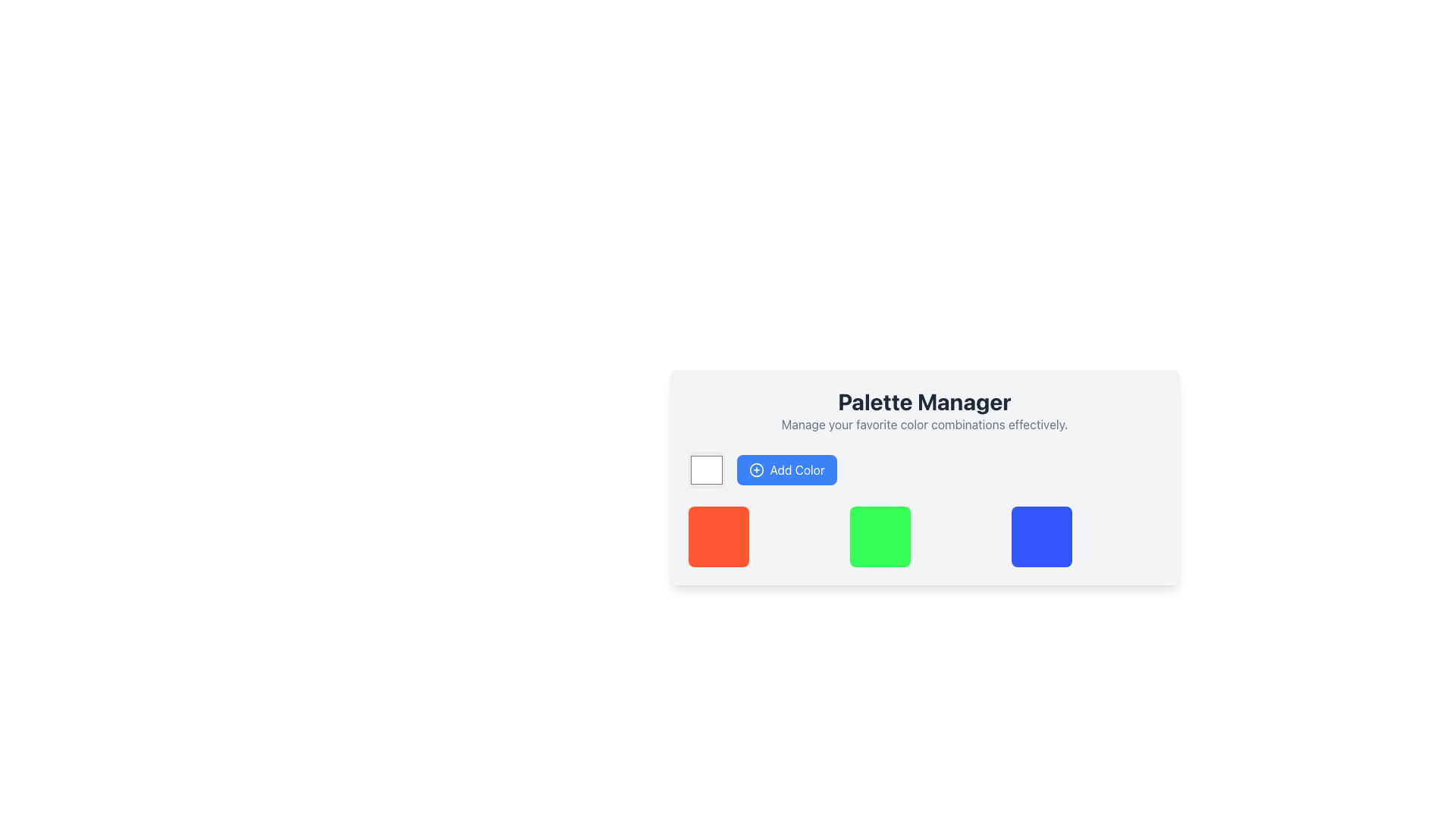 This screenshot has width=1456, height=819. What do you see at coordinates (705, 469) in the screenshot?
I see `the Color Picker Input element` at bounding box center [705, 469].